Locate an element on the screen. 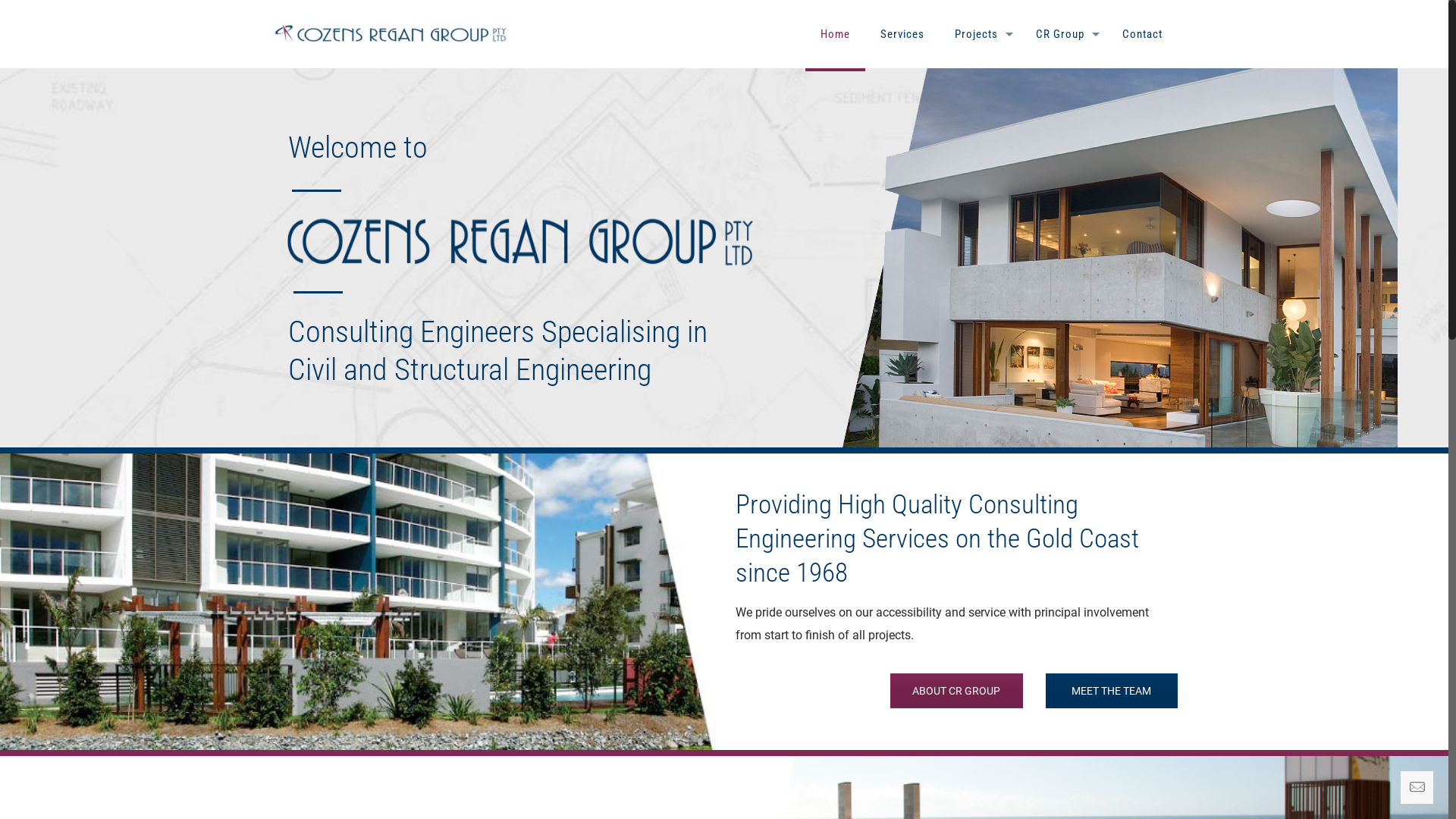 The height and width of the screenshot is (819, 1456). 'CR Group' is located at coordinates (1062, 34).